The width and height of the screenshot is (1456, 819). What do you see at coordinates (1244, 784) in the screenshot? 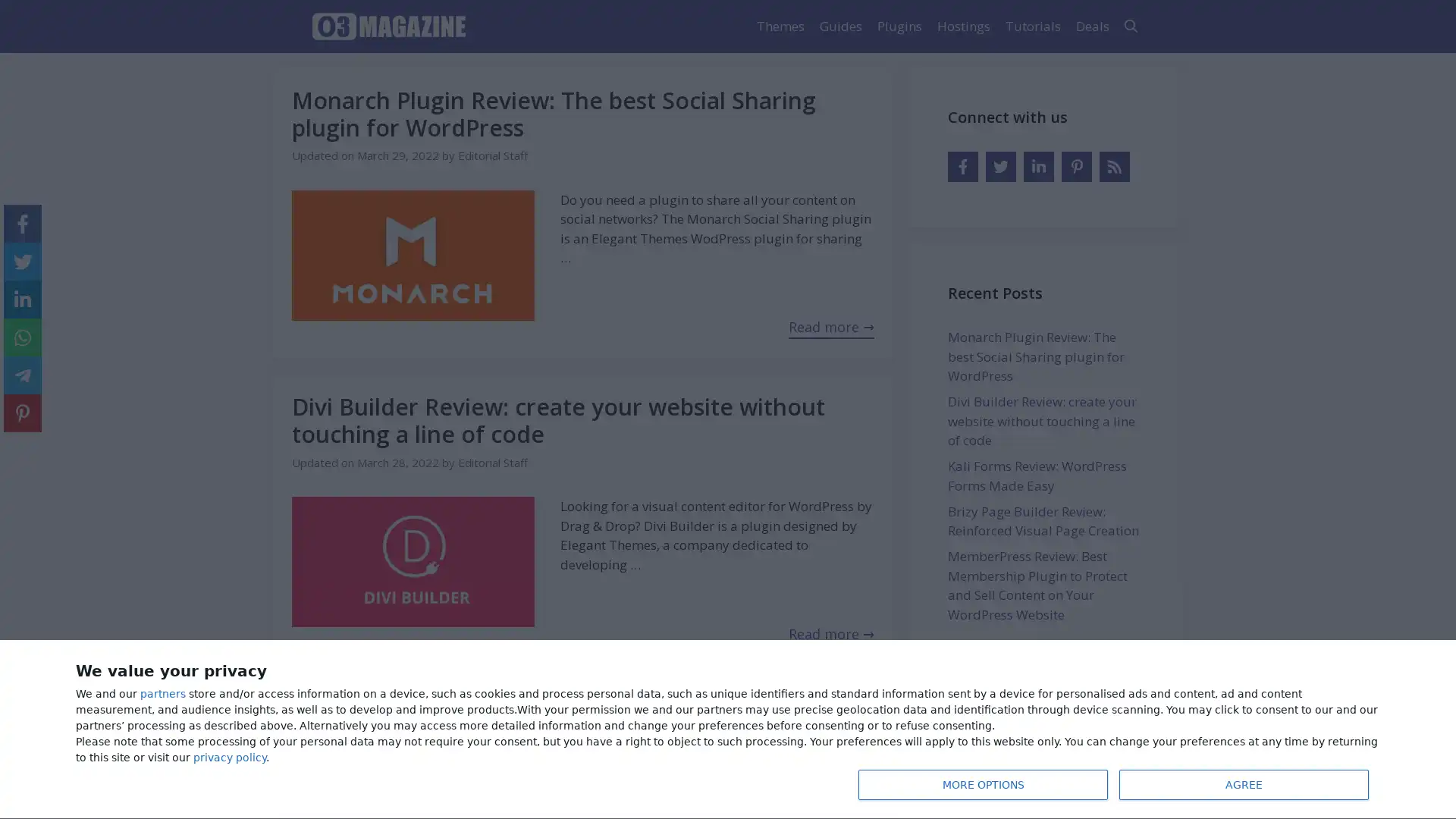
I see `AGREE` at bounding box center [1244, 784].